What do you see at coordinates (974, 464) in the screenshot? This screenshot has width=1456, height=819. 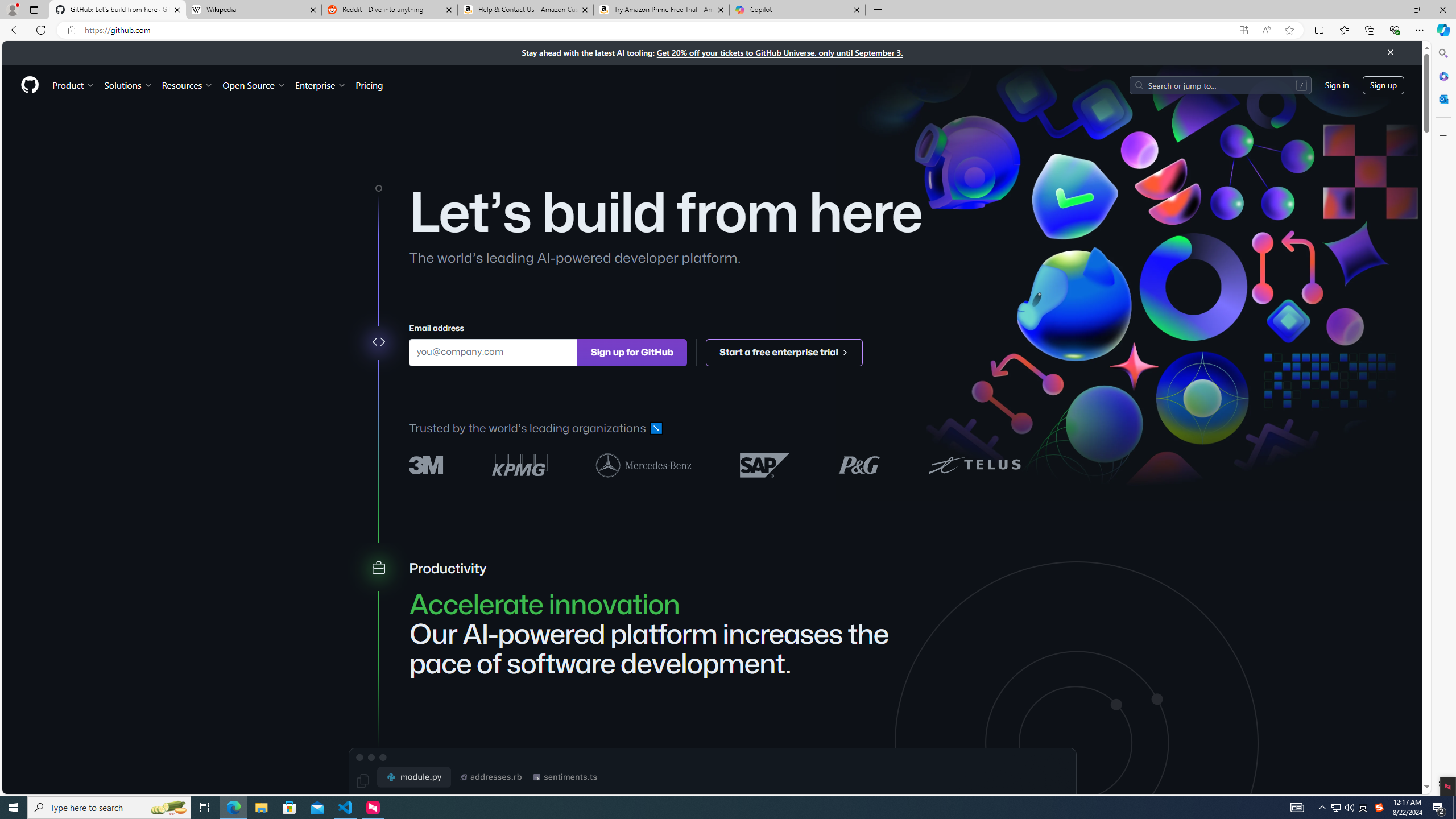 I see `'Telus logo'` at bounding box center [974, 464].